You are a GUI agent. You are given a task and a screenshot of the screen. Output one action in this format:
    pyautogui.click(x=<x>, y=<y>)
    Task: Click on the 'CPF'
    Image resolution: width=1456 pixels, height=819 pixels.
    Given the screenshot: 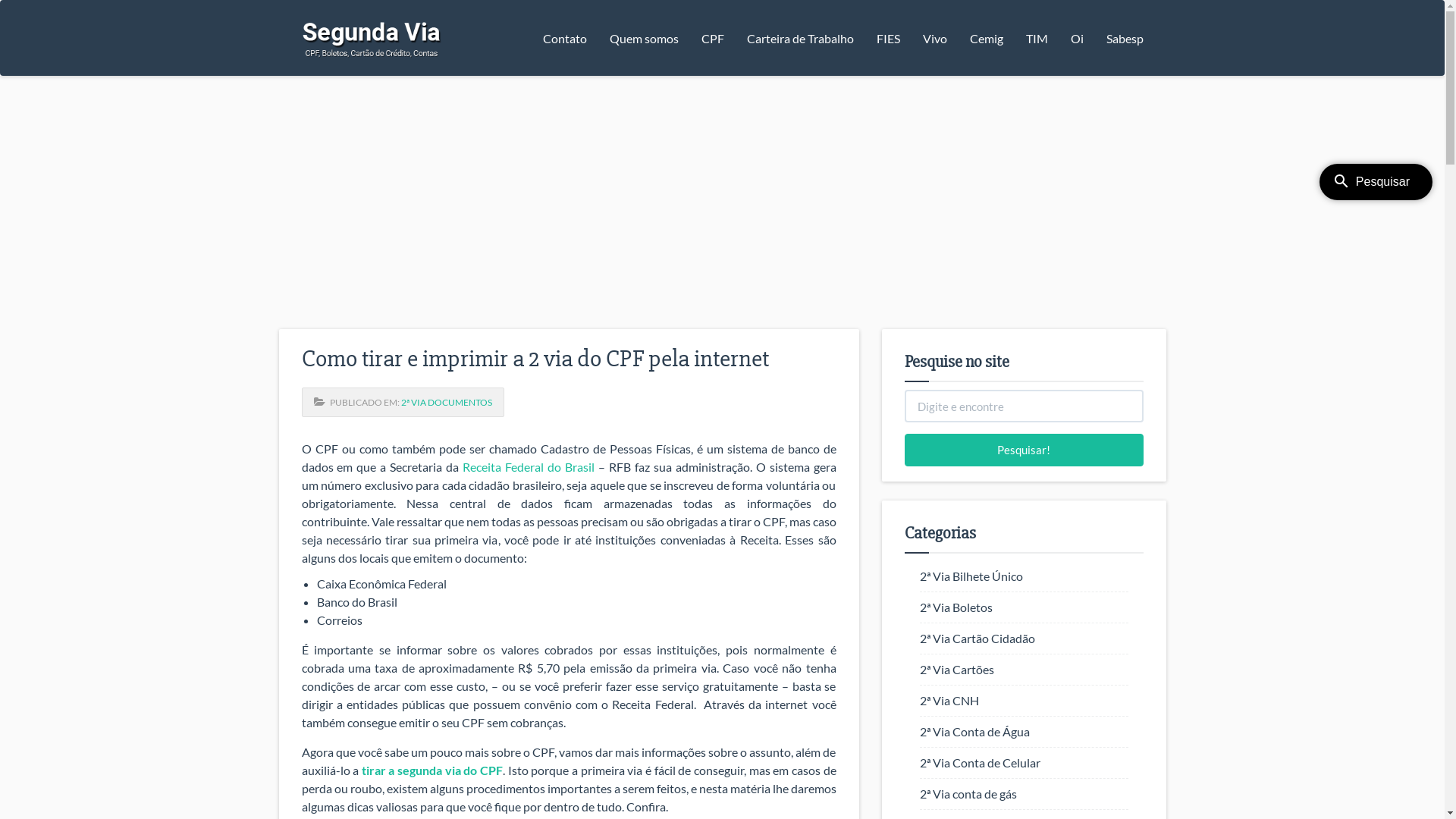 What is the action you would take?
    pyautogui.click(x=689, y=37)
    